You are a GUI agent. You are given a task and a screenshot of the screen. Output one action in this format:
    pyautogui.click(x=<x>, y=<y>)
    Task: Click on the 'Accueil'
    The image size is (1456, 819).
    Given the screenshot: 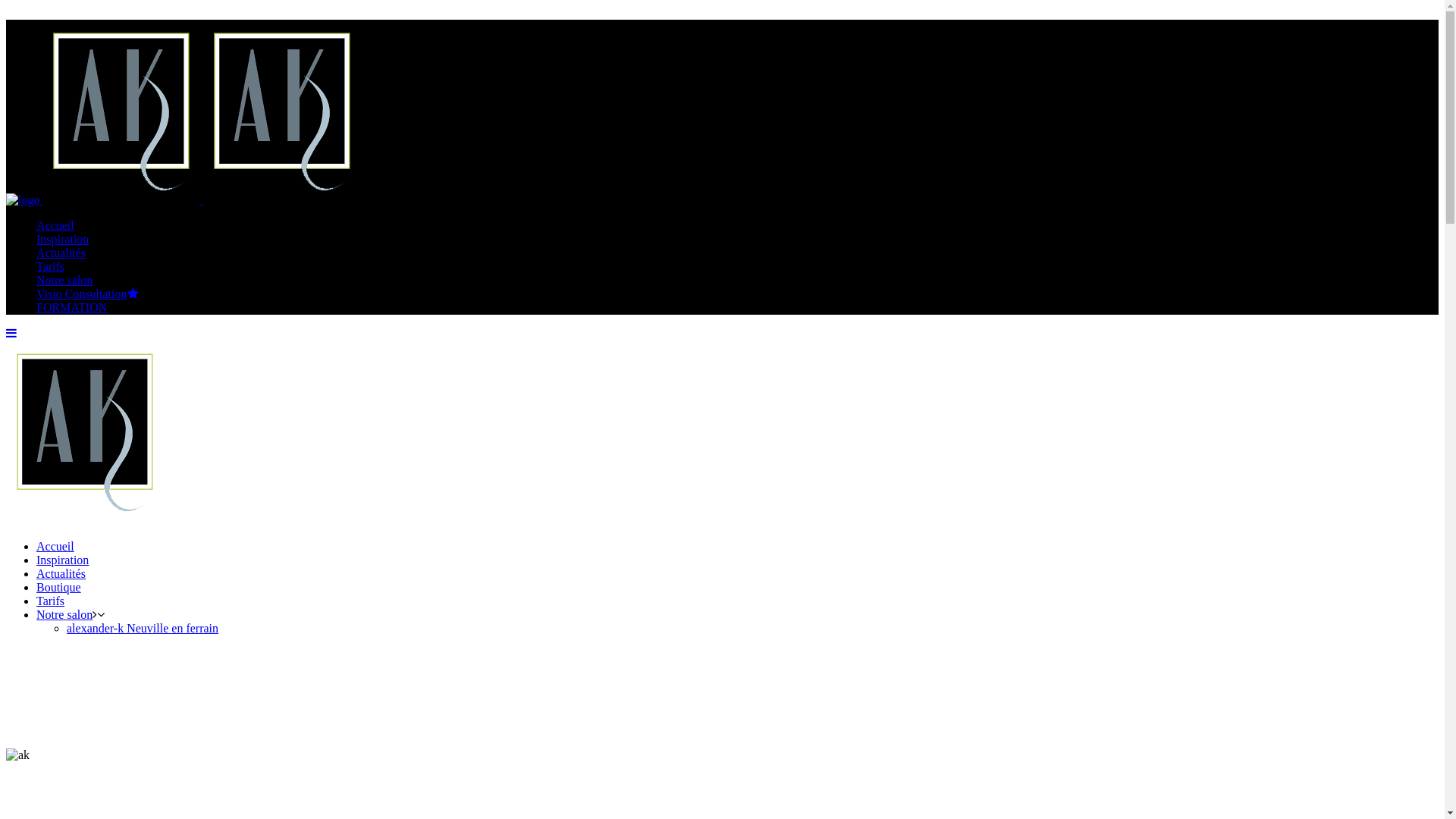 What is the action you would take?
    pyautogui.click(x=55, y=546)
    